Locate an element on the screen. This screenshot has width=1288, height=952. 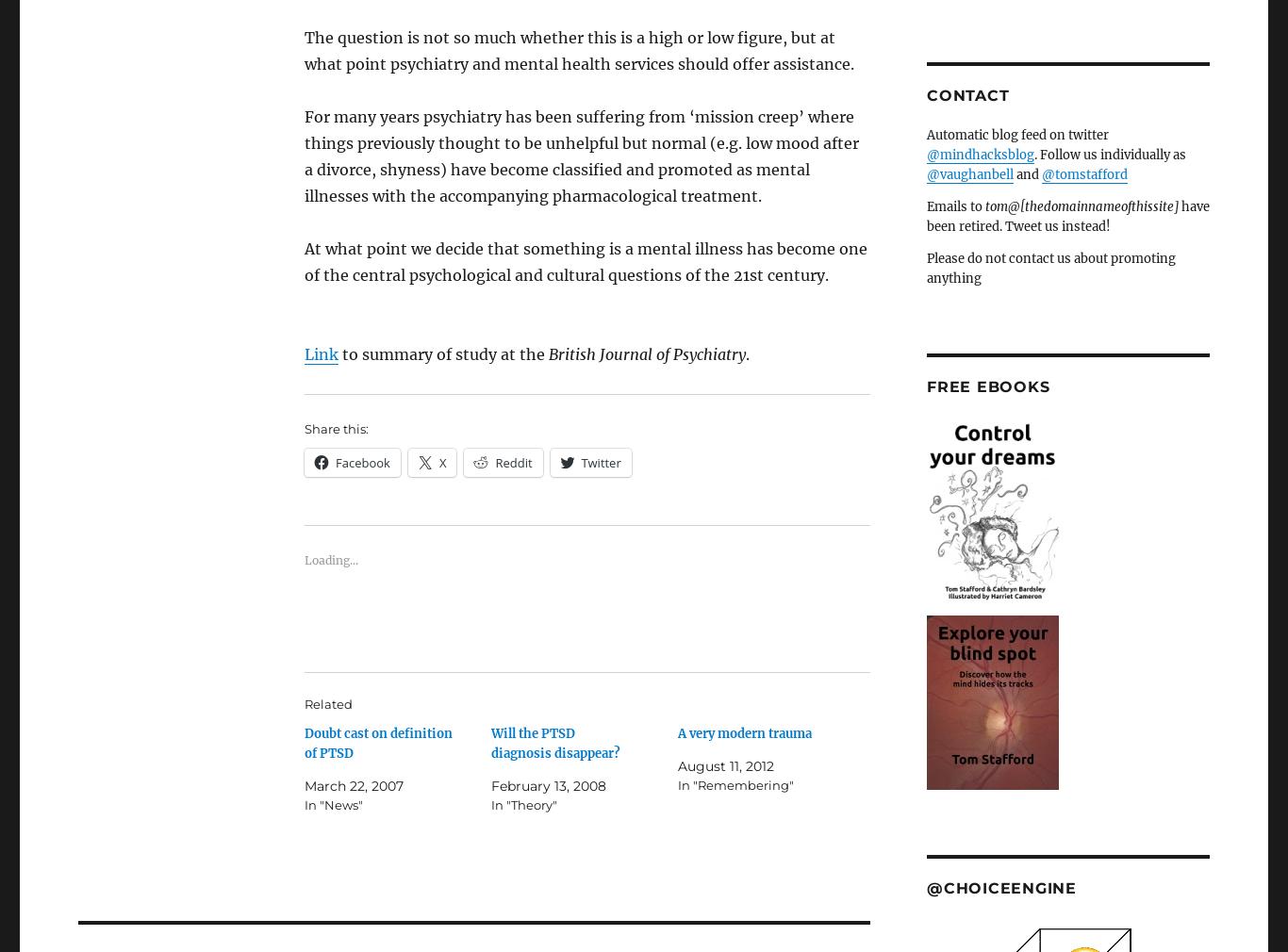
'March 22, 2007' is located at coordinates (305, 734).